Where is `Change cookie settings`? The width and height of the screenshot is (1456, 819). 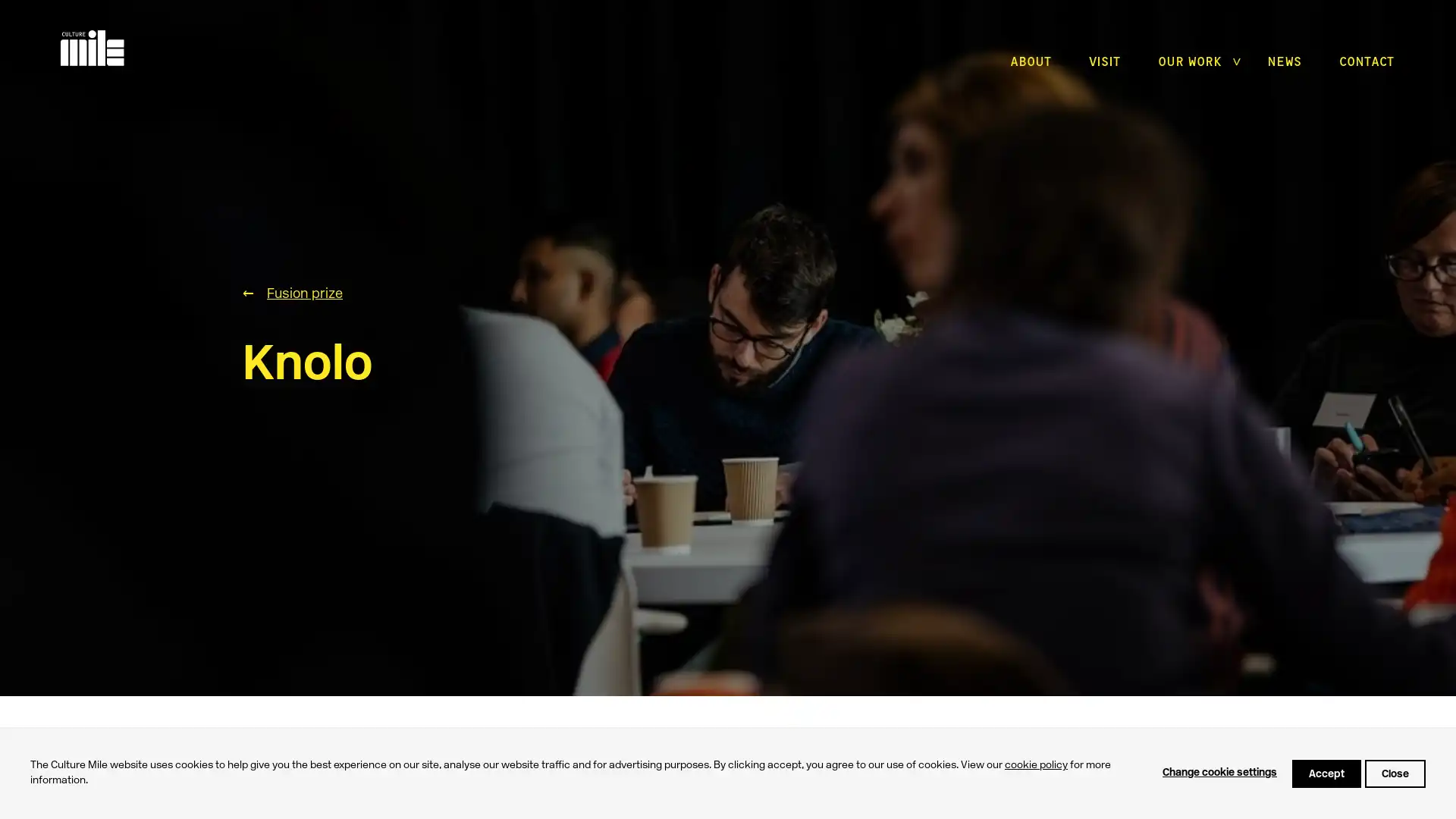
Change cookie settings is located at coordinates (1219, 773).